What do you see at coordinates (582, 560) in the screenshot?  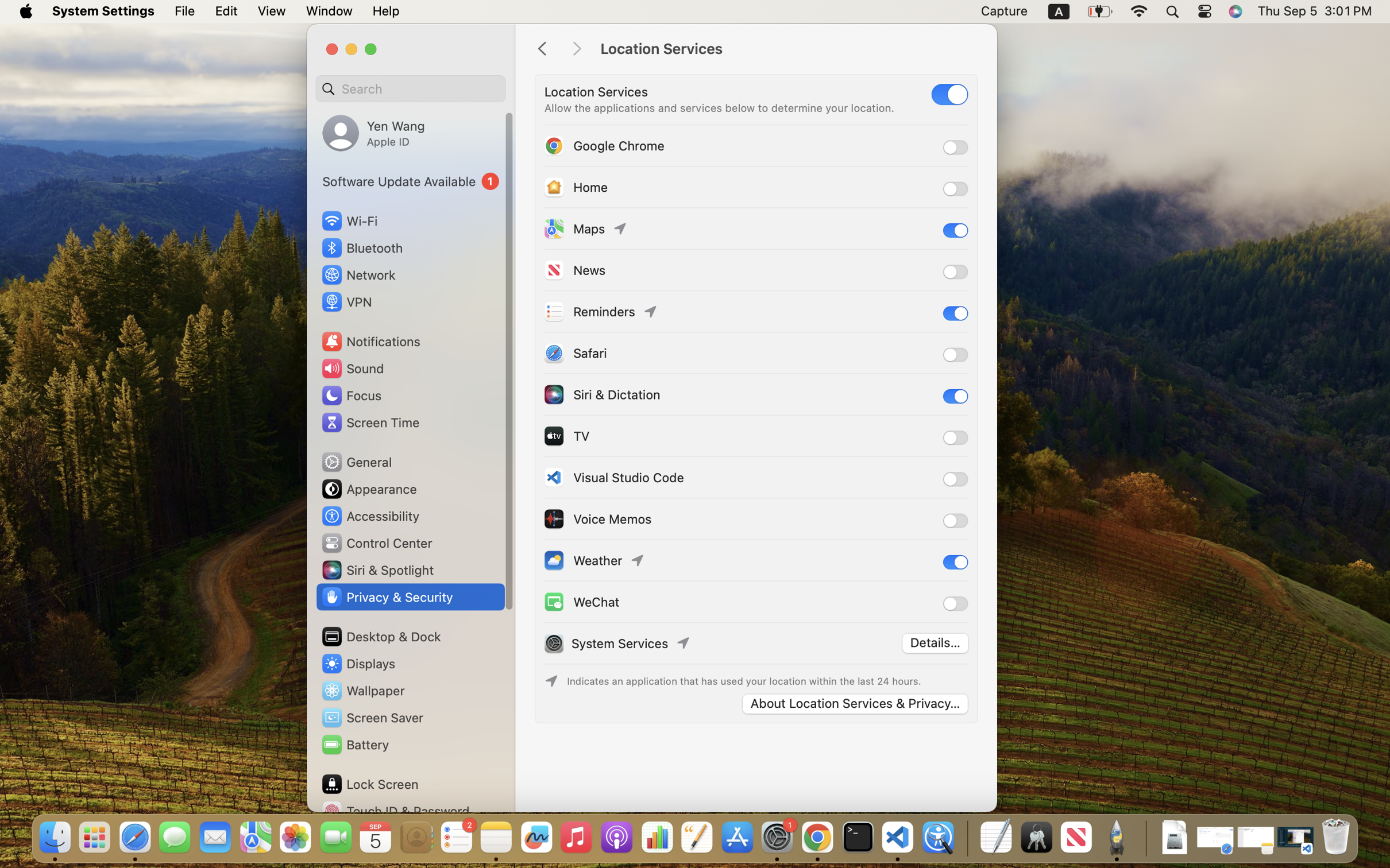 I see `'Weather'` at bounding box center [582, 560].